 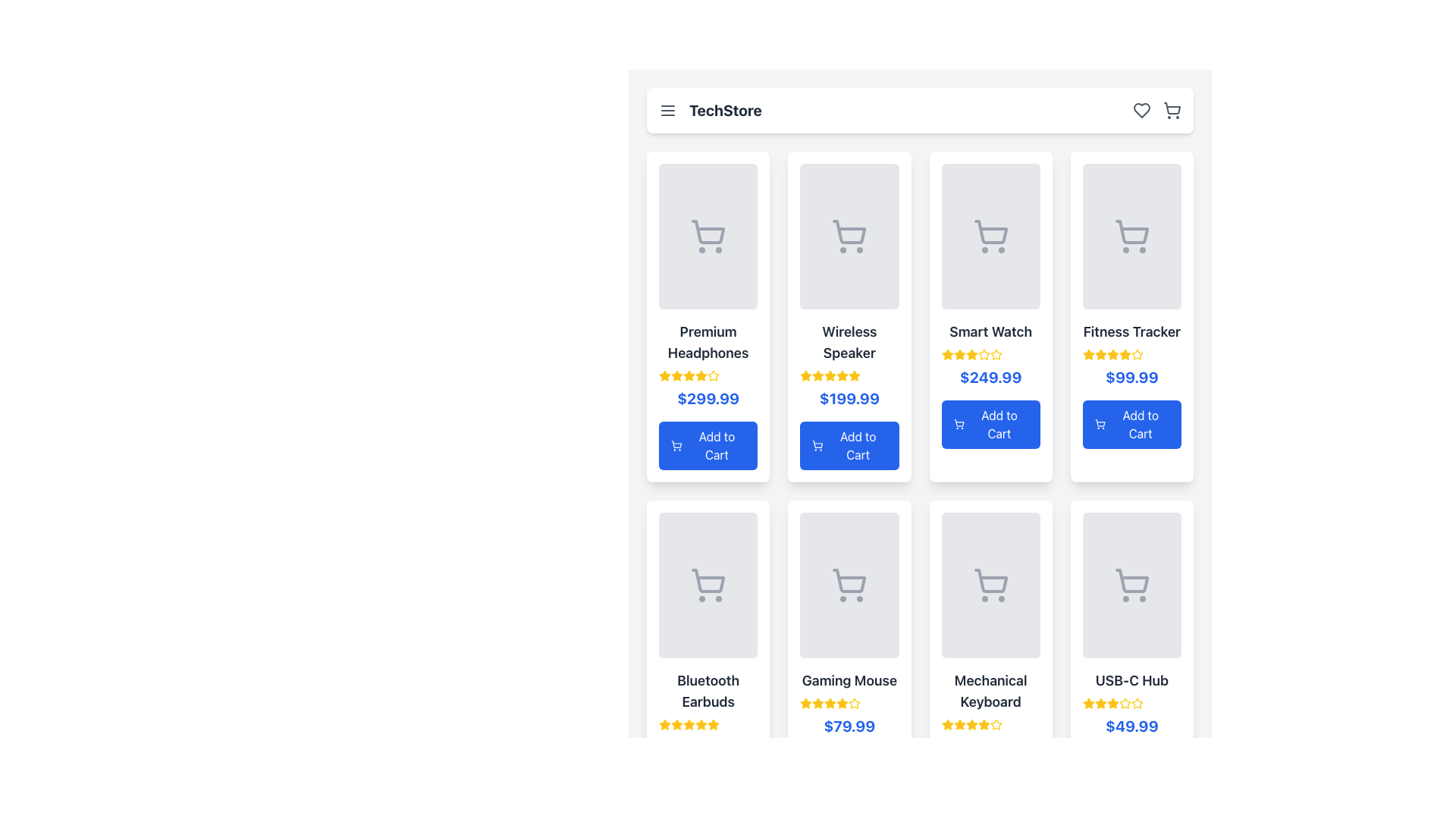 I want to click on the heart icon in the top-right corner of the navigation bar to interact with the favorites functionality, so click(x=1156, y=110).